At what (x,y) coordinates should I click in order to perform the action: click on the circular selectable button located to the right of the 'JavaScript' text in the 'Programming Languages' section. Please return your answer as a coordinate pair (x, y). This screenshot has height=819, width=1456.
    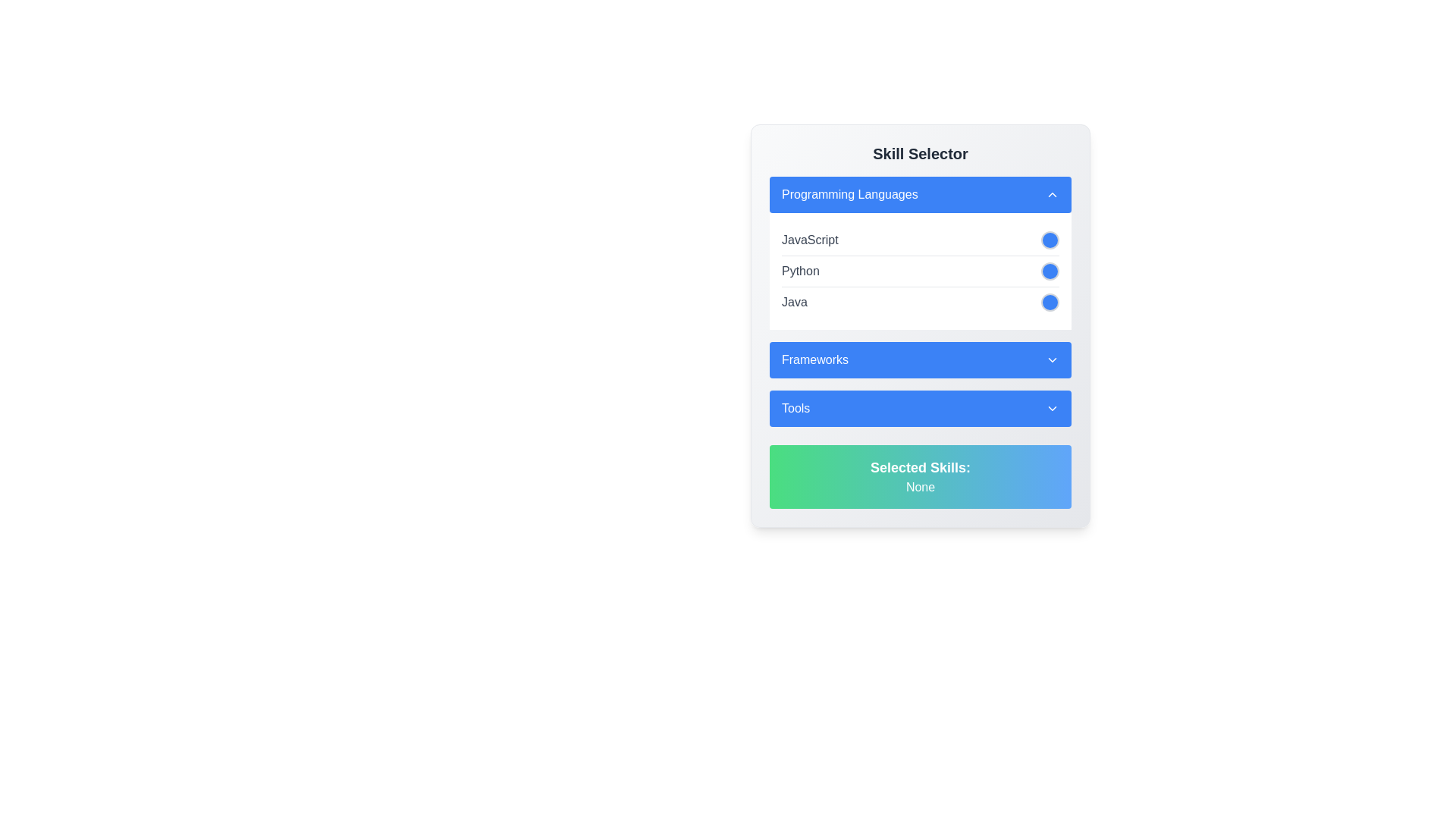
    Looking at the image, I should click on (1050, 239).